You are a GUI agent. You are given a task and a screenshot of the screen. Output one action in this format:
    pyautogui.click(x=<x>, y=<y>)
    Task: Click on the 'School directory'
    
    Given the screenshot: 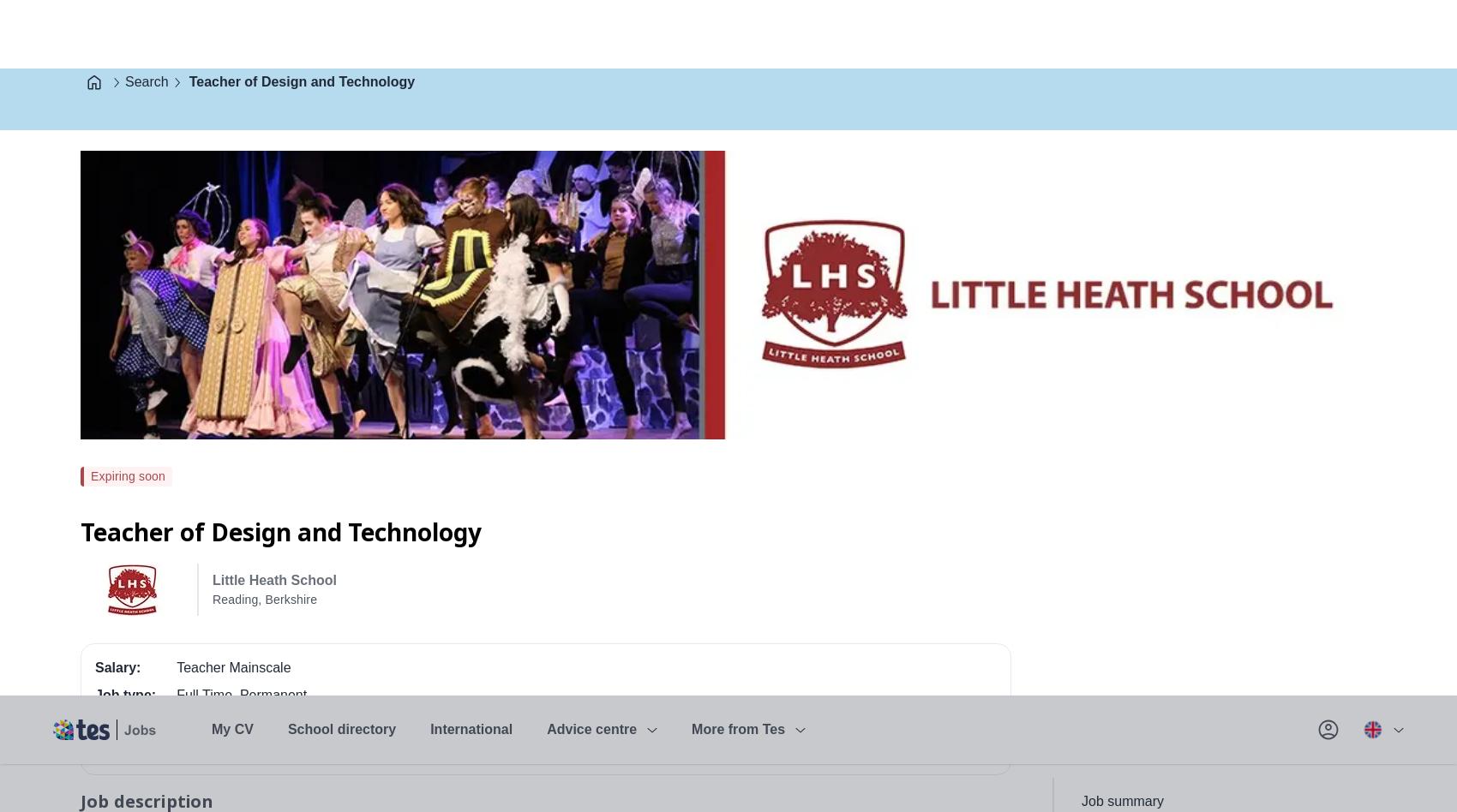 What is the action you would take?
    pyautogui.click(x=286, y=33)
    